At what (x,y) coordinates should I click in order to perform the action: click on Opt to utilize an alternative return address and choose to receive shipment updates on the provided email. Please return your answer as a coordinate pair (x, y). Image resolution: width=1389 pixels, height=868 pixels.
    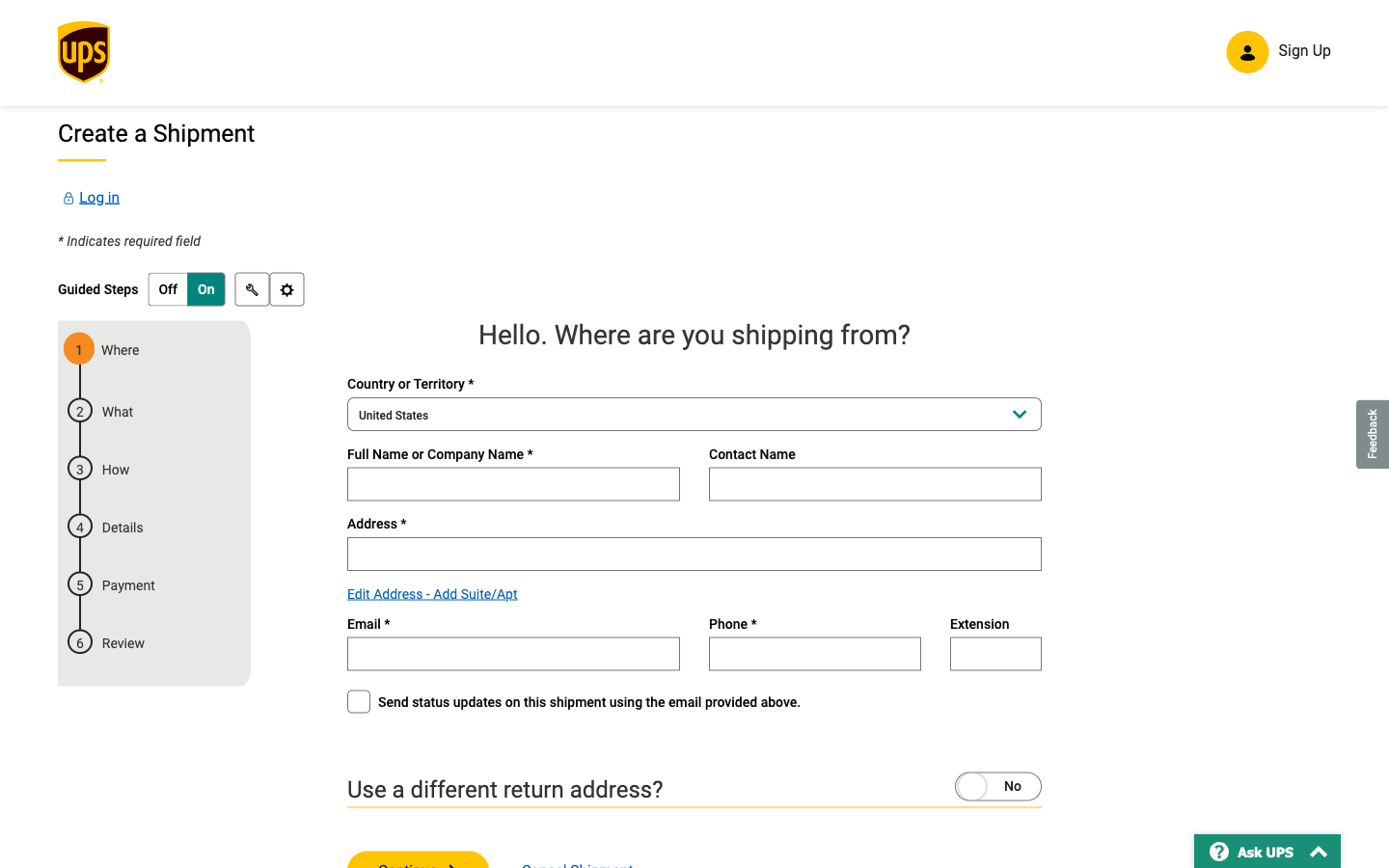
    Looking at the image, I should click on (960, 784).